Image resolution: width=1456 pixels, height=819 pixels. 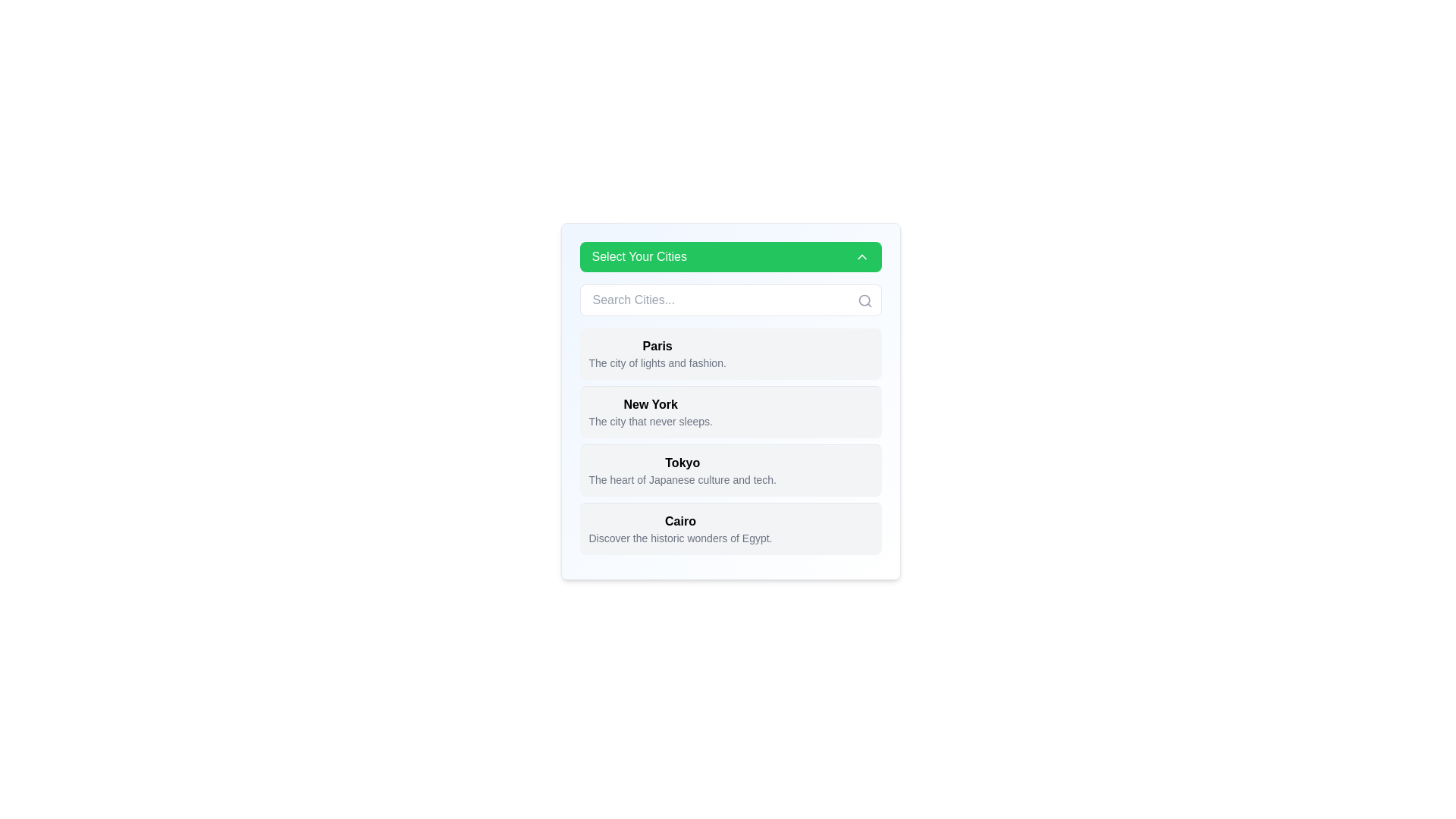 I want to click on the interactive list item titled 'Cairo', so click(x=730, y=528).